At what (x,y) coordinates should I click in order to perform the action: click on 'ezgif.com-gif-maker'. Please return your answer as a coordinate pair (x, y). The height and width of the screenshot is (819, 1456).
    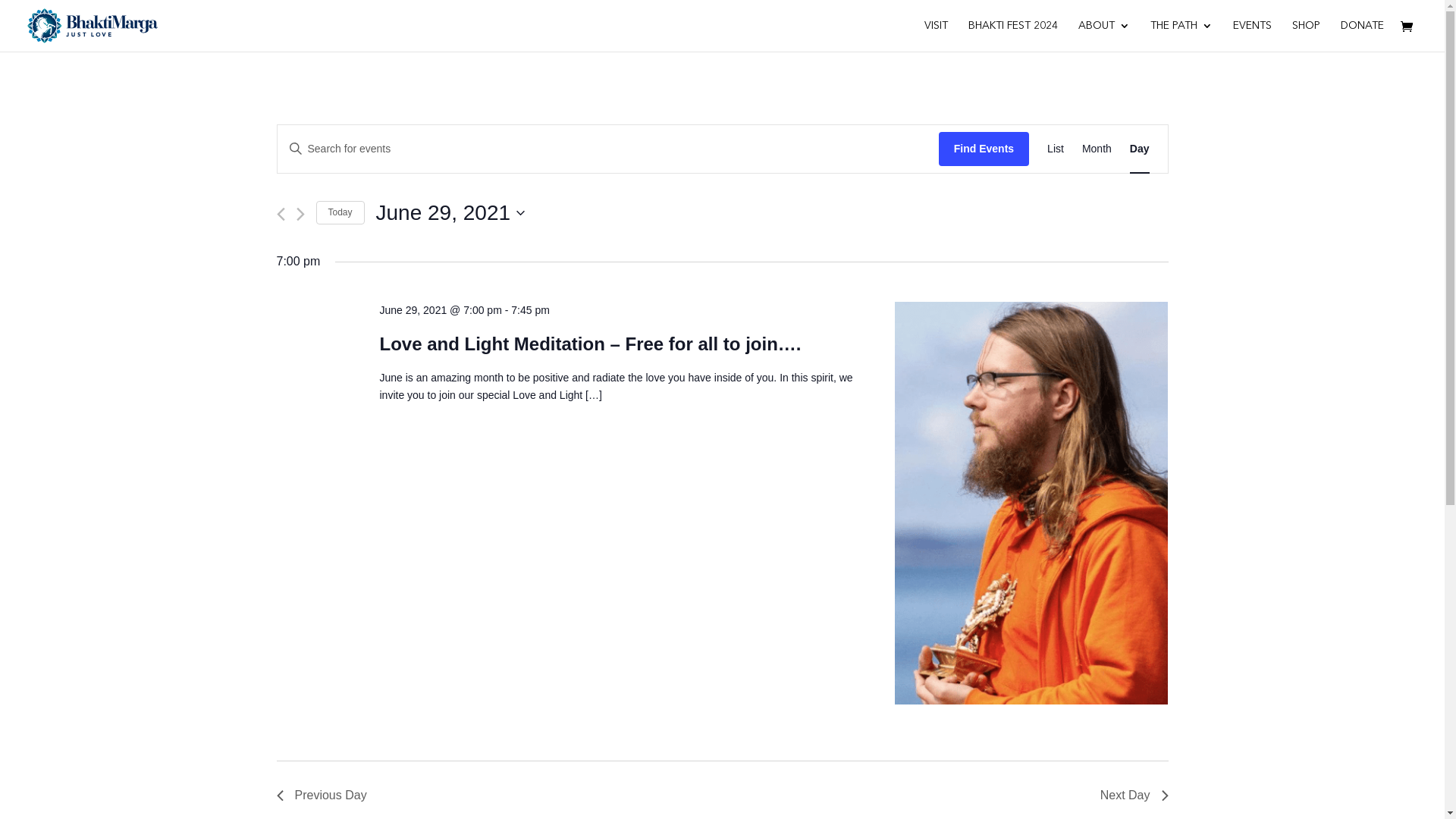
    Looking at the image, I should click on (1031, 503).